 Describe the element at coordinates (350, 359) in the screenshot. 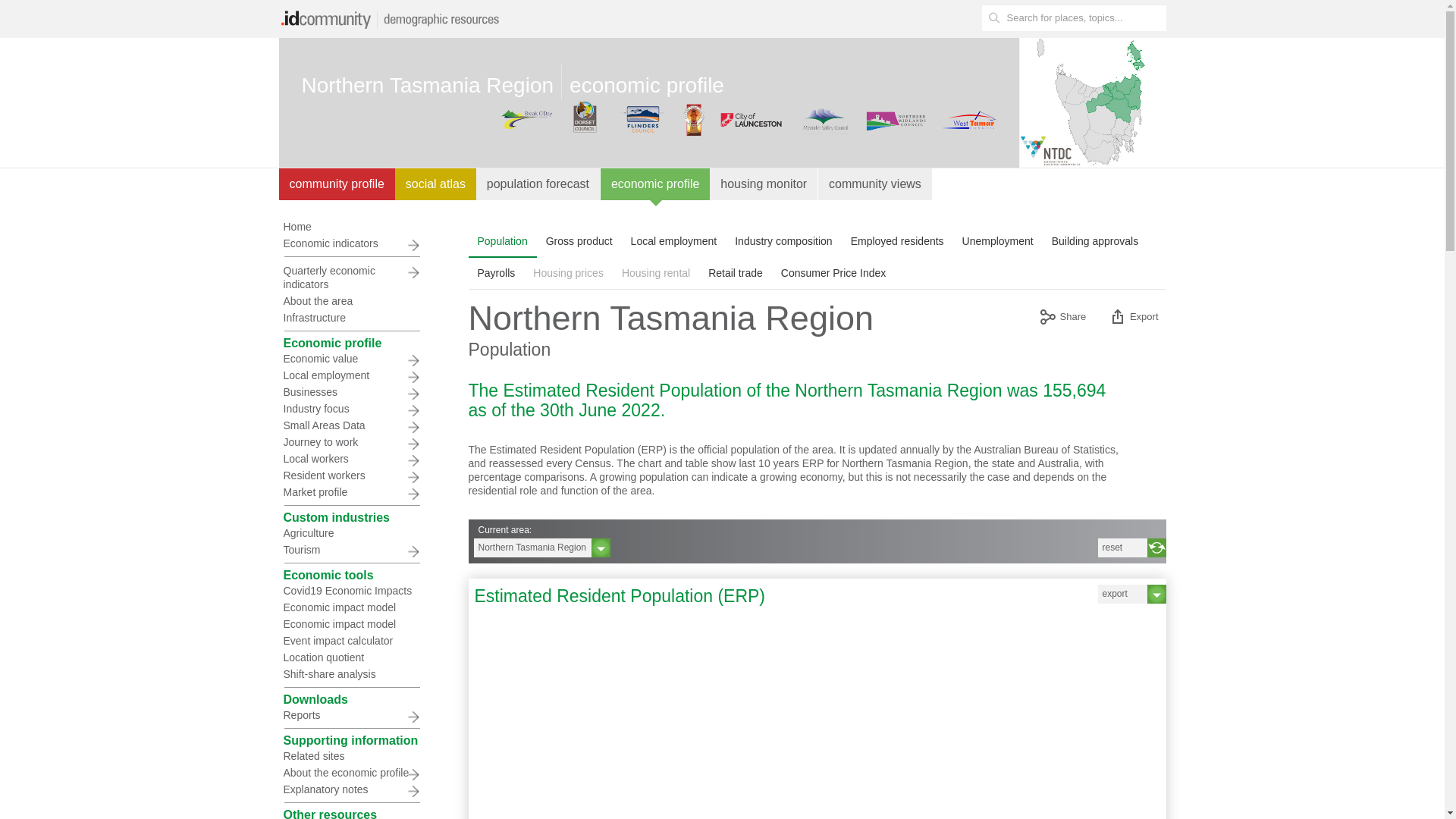

I see `'Economic value` at that location.